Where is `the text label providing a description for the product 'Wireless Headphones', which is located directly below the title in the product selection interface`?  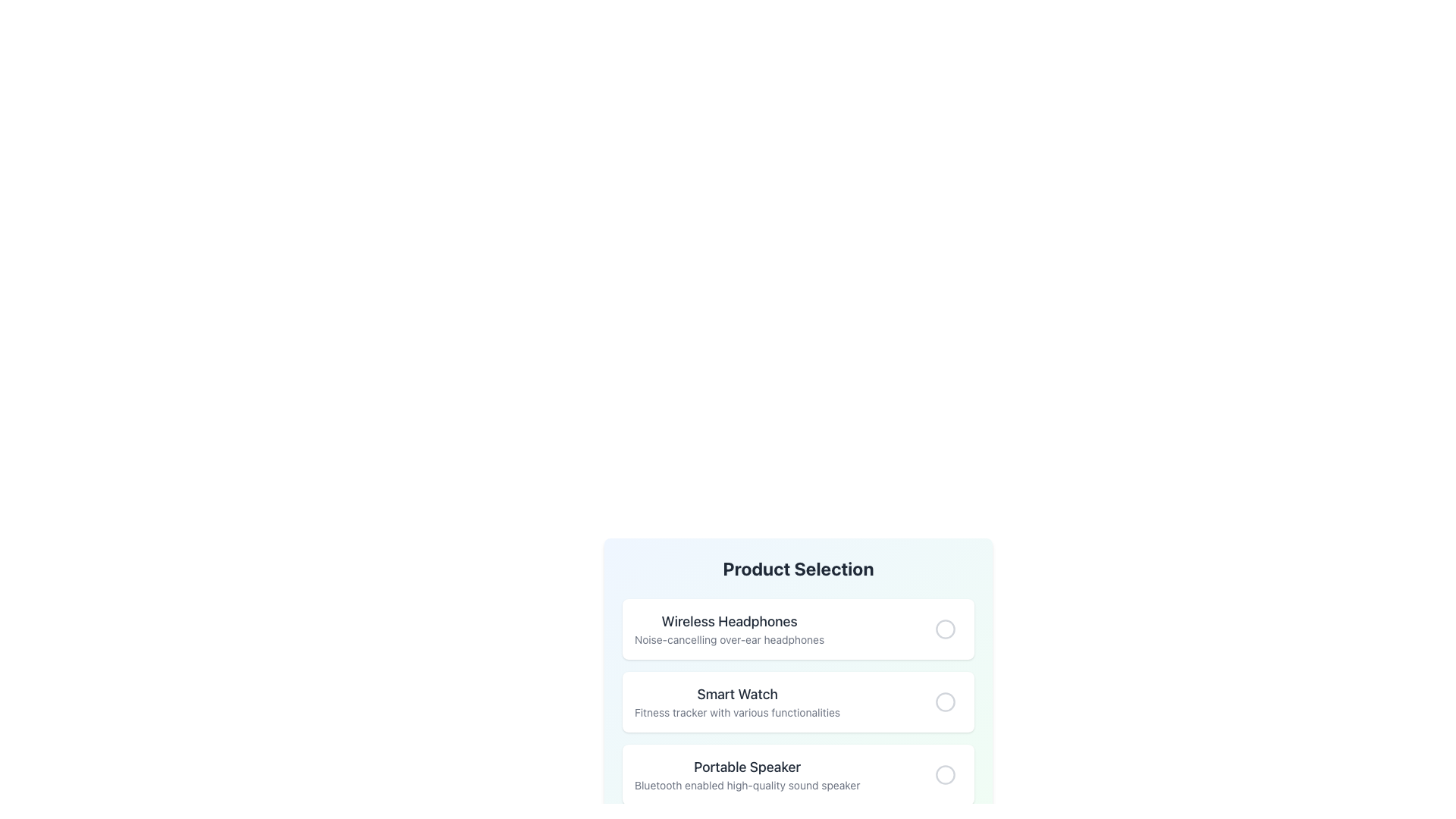
the text label providing a description for the product 'Wireless Headphones', which is located directly below the title in the product selection interface is located at coordinates (730, 640).